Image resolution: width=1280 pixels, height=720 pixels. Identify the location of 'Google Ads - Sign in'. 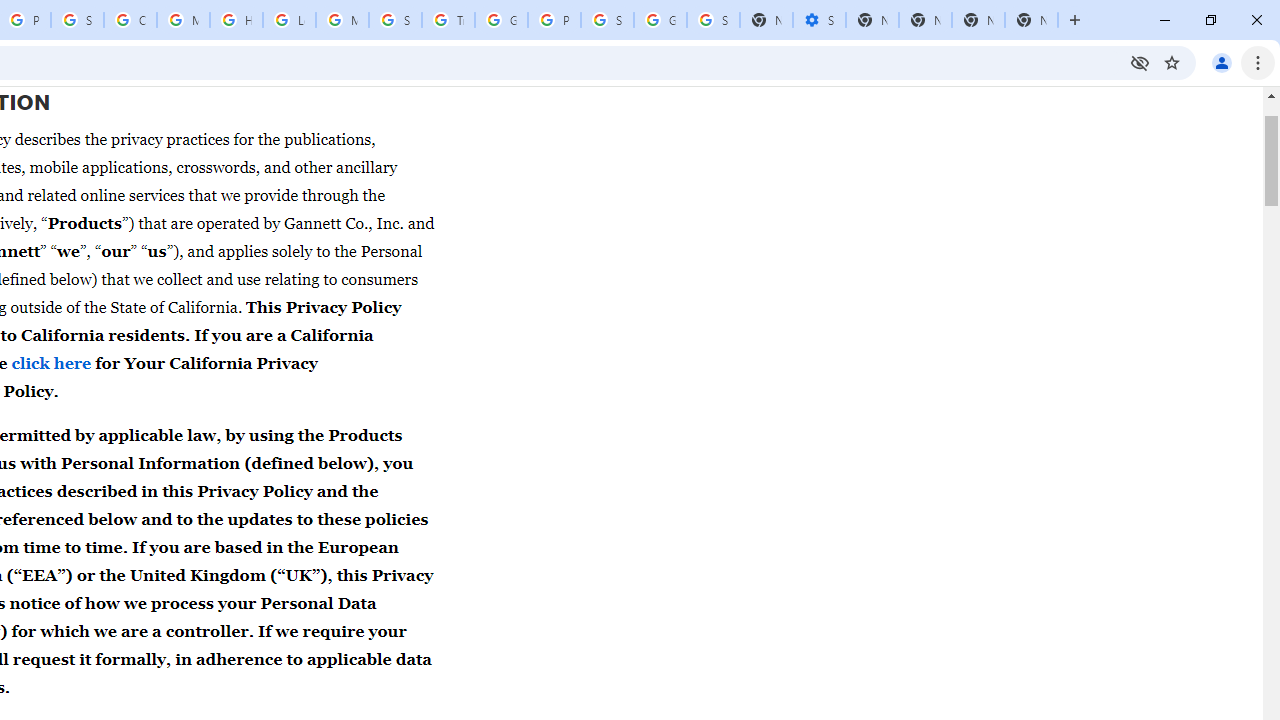
(501, 20).